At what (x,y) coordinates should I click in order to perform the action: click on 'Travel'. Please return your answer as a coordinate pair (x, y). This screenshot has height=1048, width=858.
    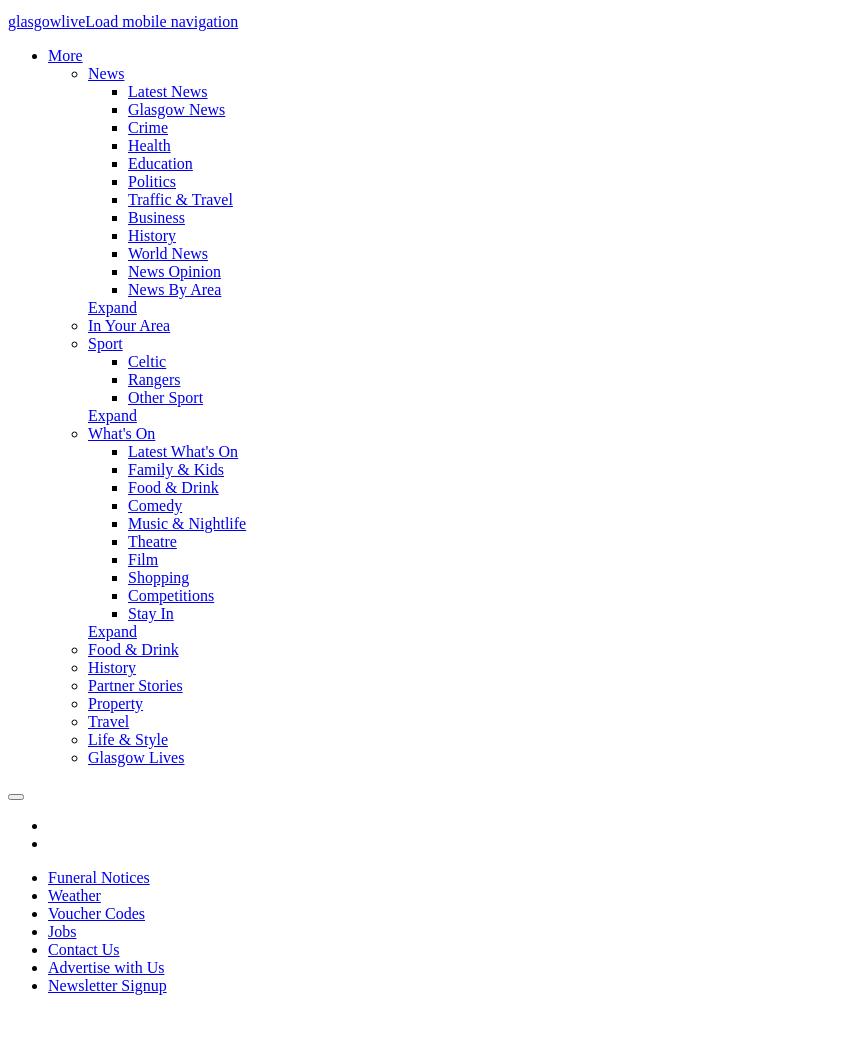
    Looking at the image, I should click on (108, 720).